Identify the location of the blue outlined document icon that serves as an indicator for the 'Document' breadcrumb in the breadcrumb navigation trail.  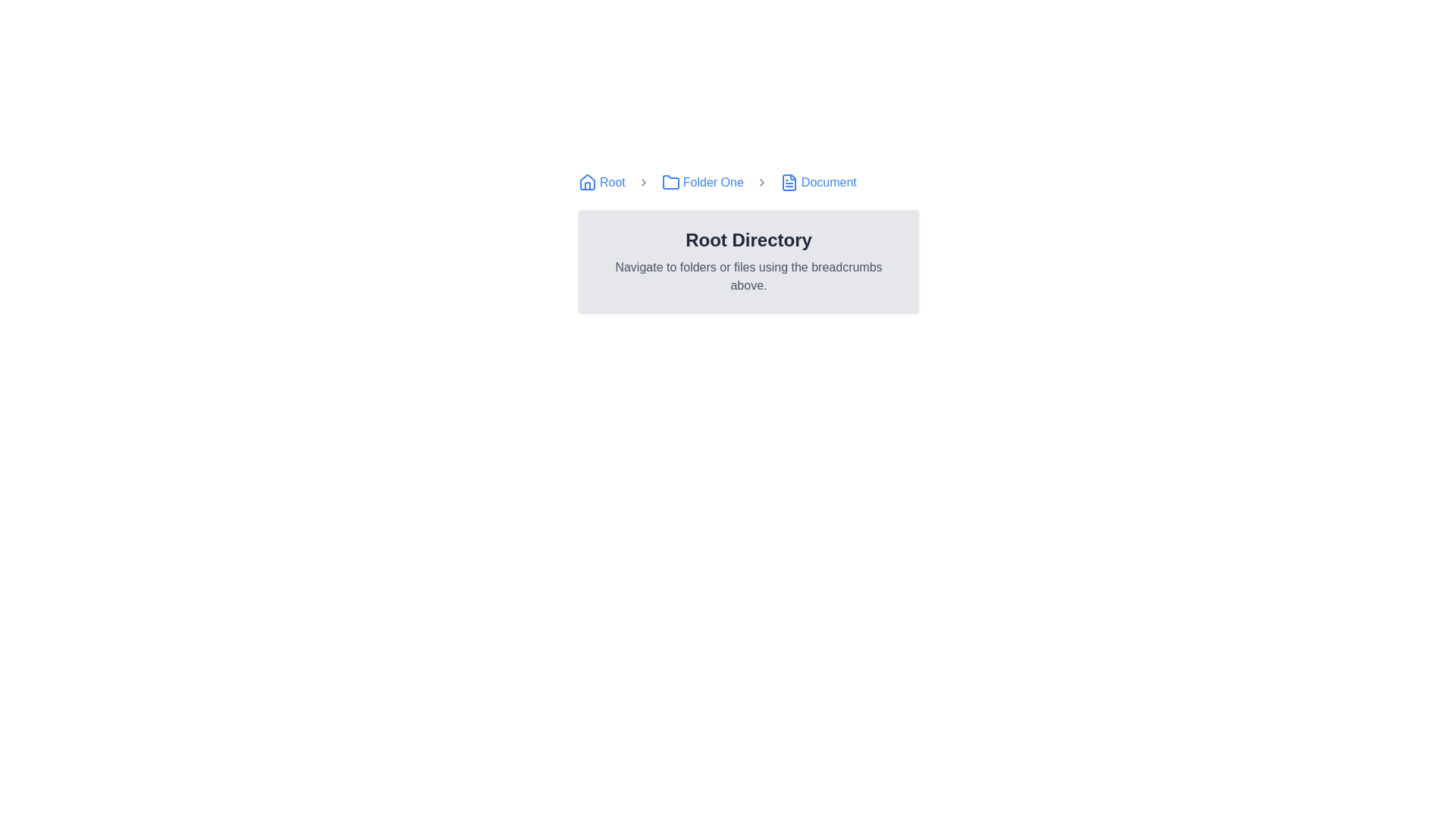
(789, 181).